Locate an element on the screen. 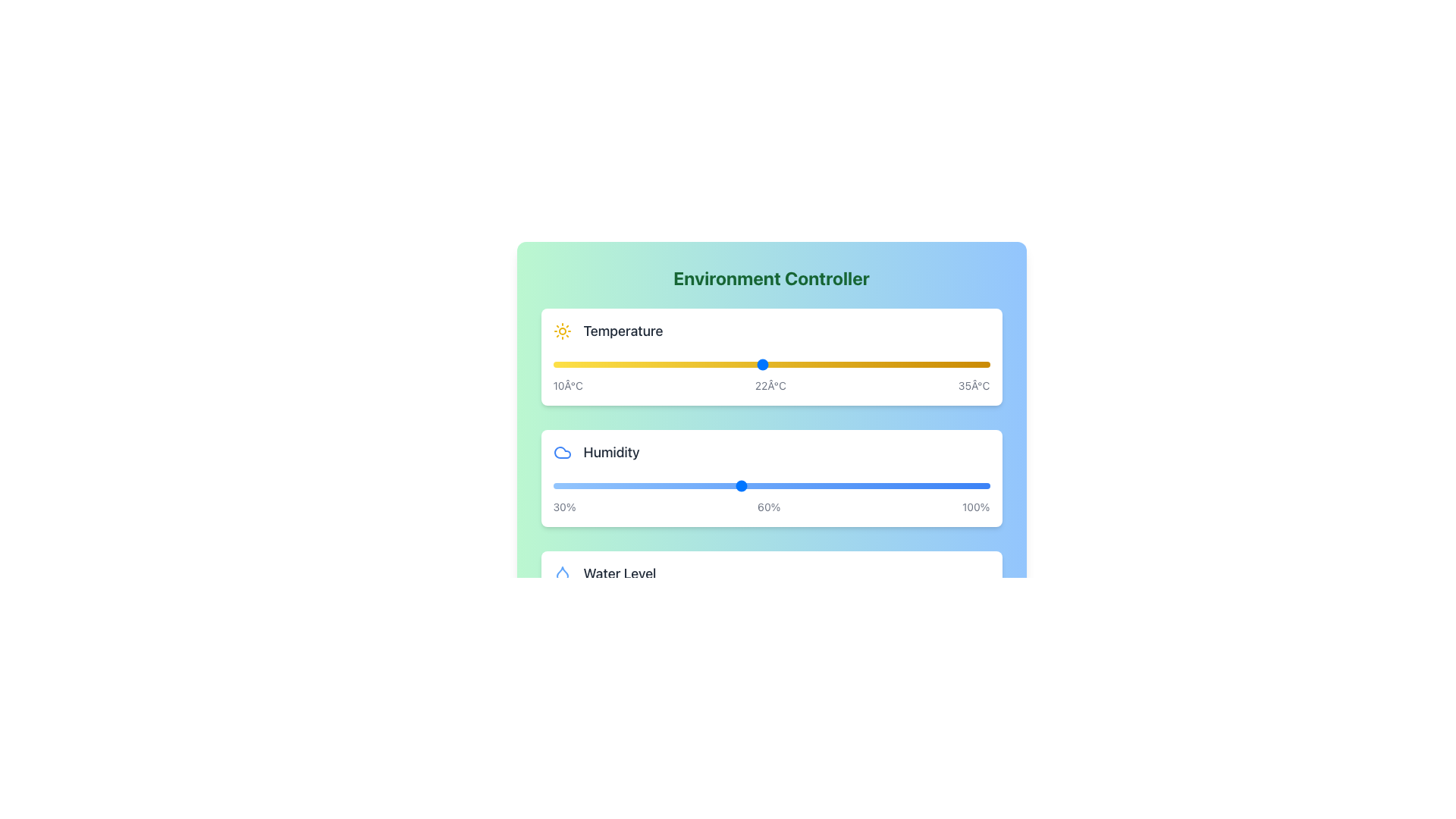  the temperature value labels indicating minimum (10°C), current (22°C), and maximum (35°C) values of the temperature slider is located at coordinates (771, 385).